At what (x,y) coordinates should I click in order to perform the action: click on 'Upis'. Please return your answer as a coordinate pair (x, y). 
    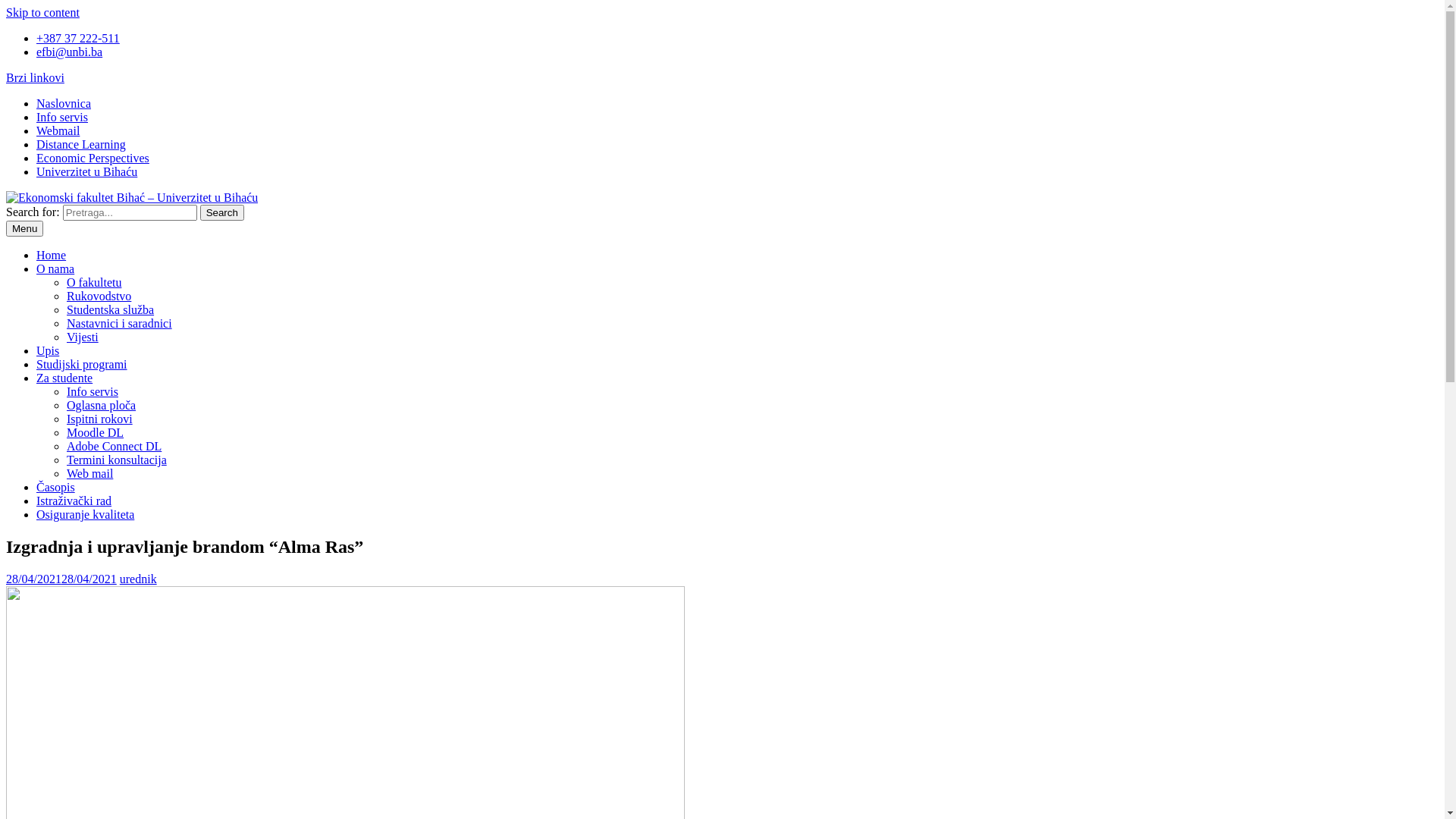
    Looking at the image, I should click on (47, 350).